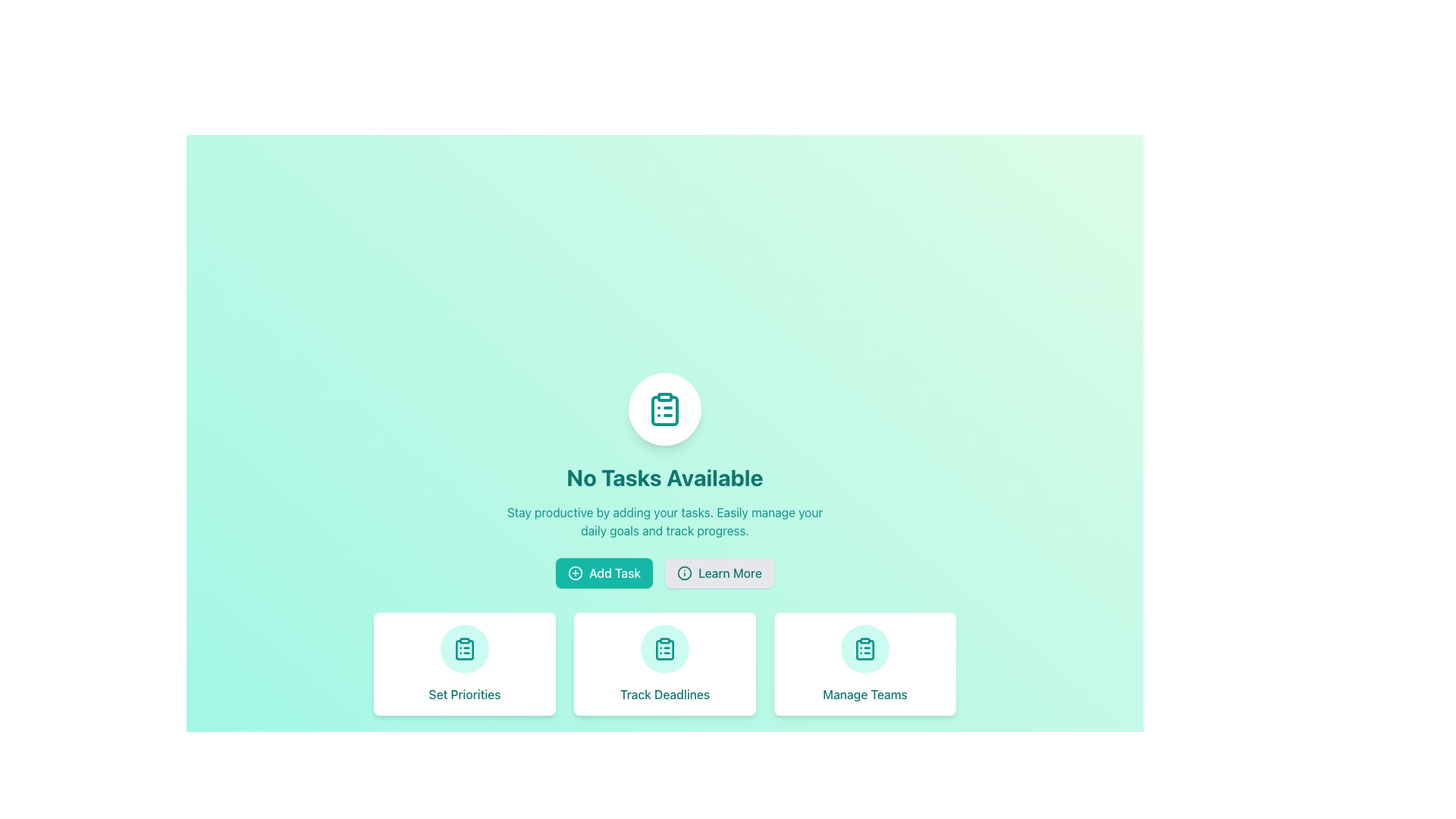 Image resolution: width=1456 pixels, height=819 pixels. What do you see at coordinates (665, 476) in the screenshot?
I see `the text label indicating that there are no tasks currently available, which is centered below the clipboard icon` at bounding box center [665, 476].